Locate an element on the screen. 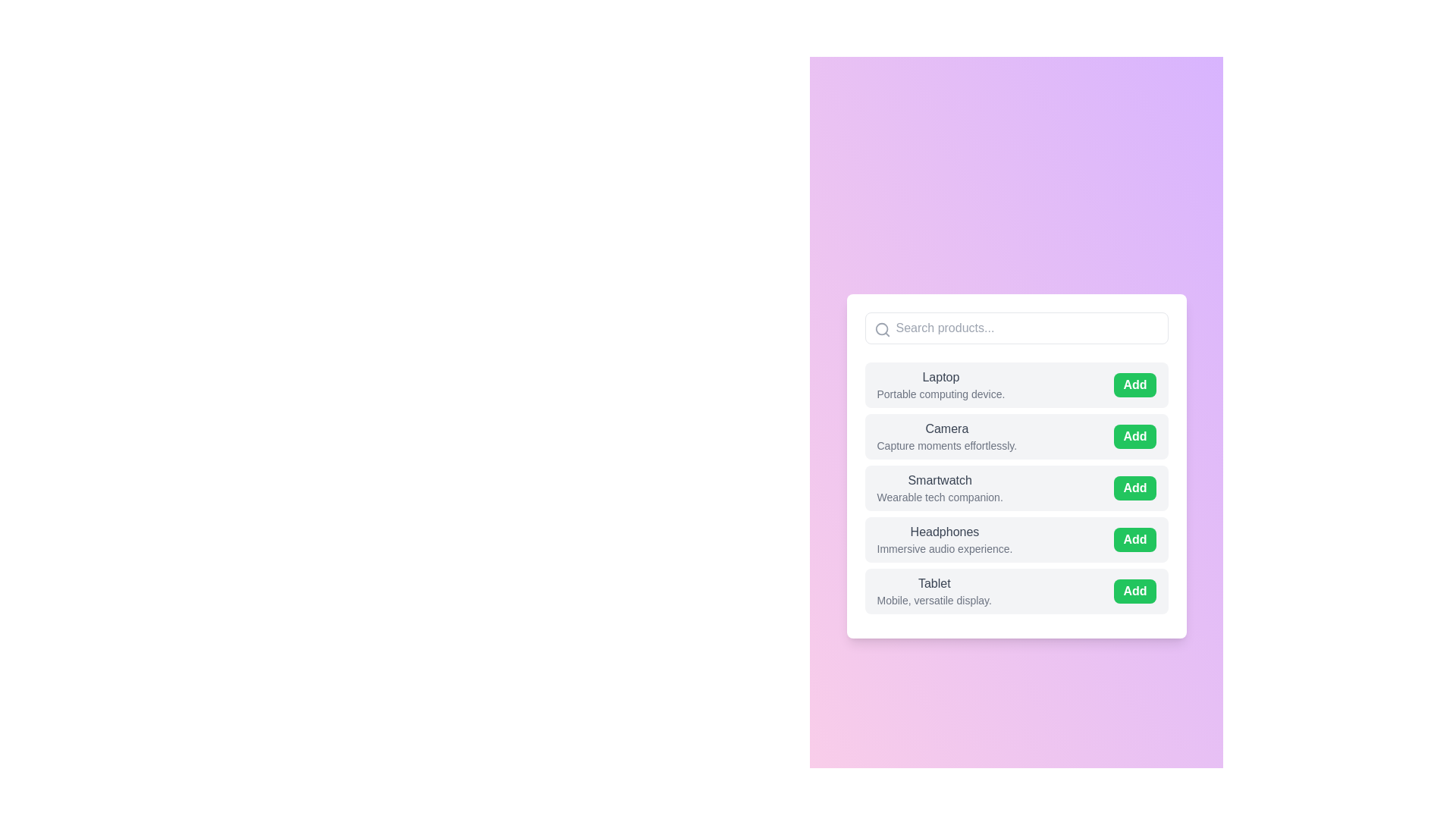  the text label 'Capture moments effortlessly.' located beneath the title 'Camera' in the product listing interface to check for tooltips is located at coordinates (946, 444).